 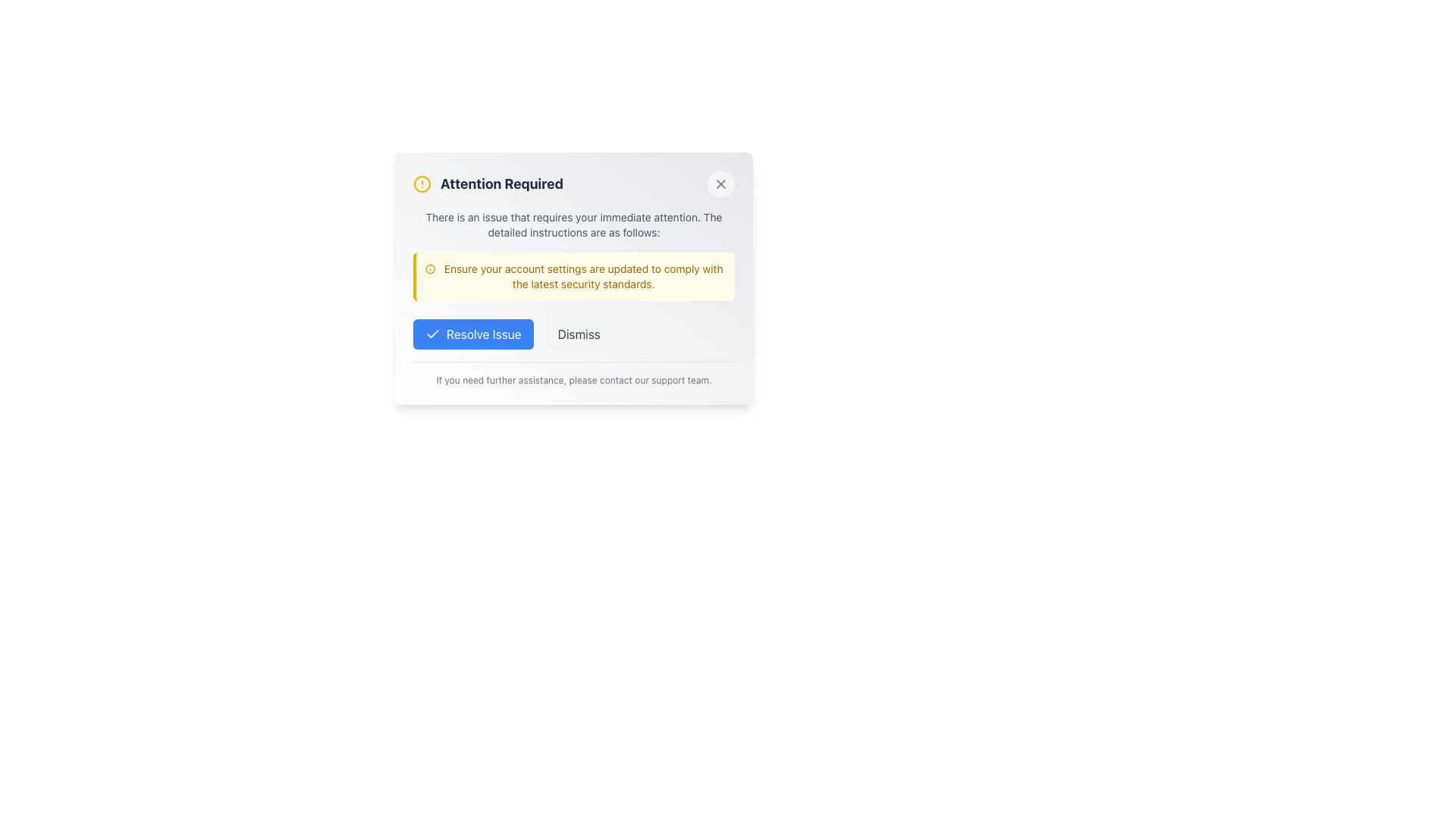 I want to click on the text block styled in a smaller font size with a yellow shade containing the message 'Ensure your account settings are updated to comply with the latest security standards.', so click(x=582, y=277).